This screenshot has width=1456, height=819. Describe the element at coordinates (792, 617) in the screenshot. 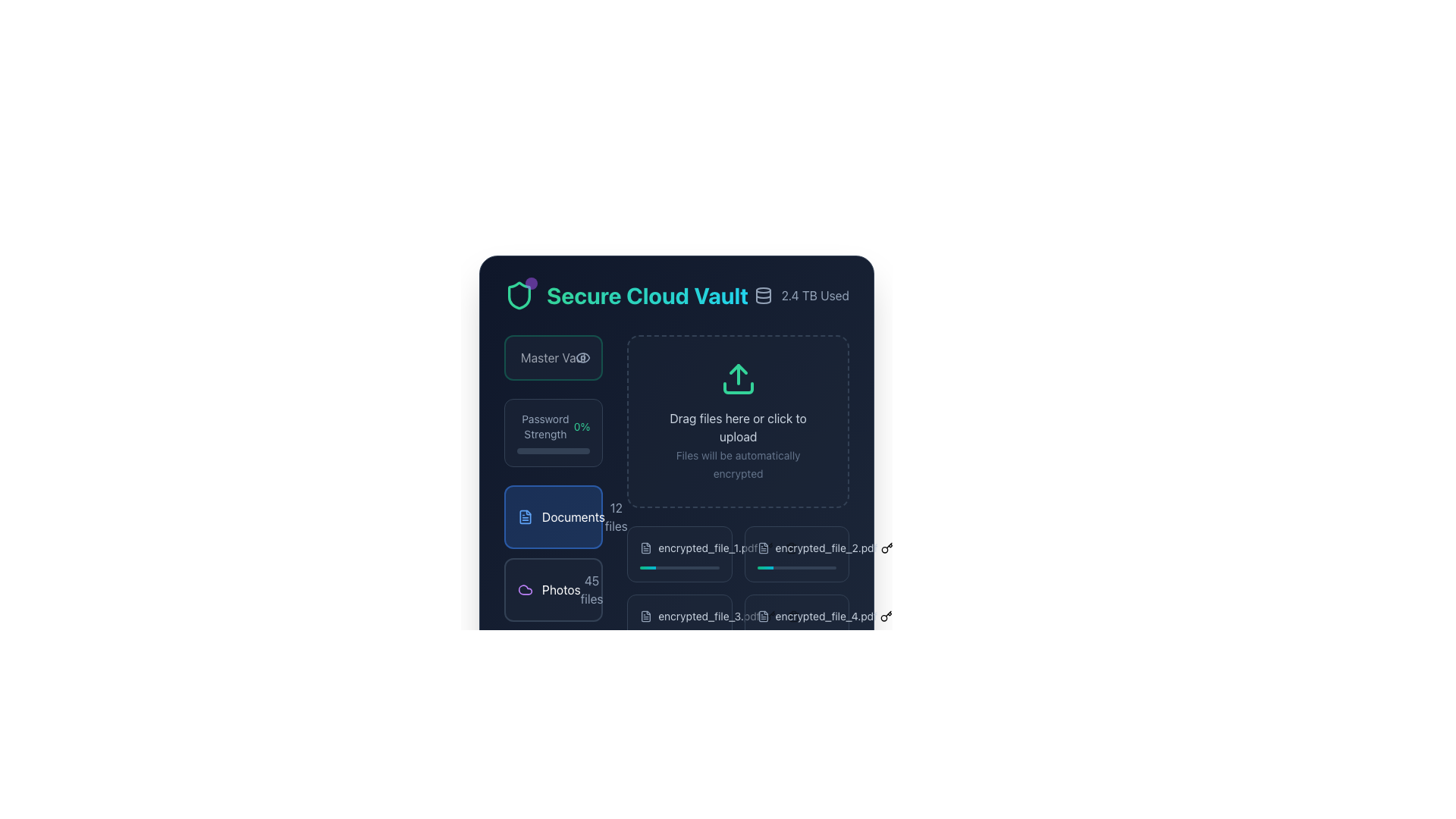

I see `the trash can icon, which serves as a delete button for associated files` at that location.